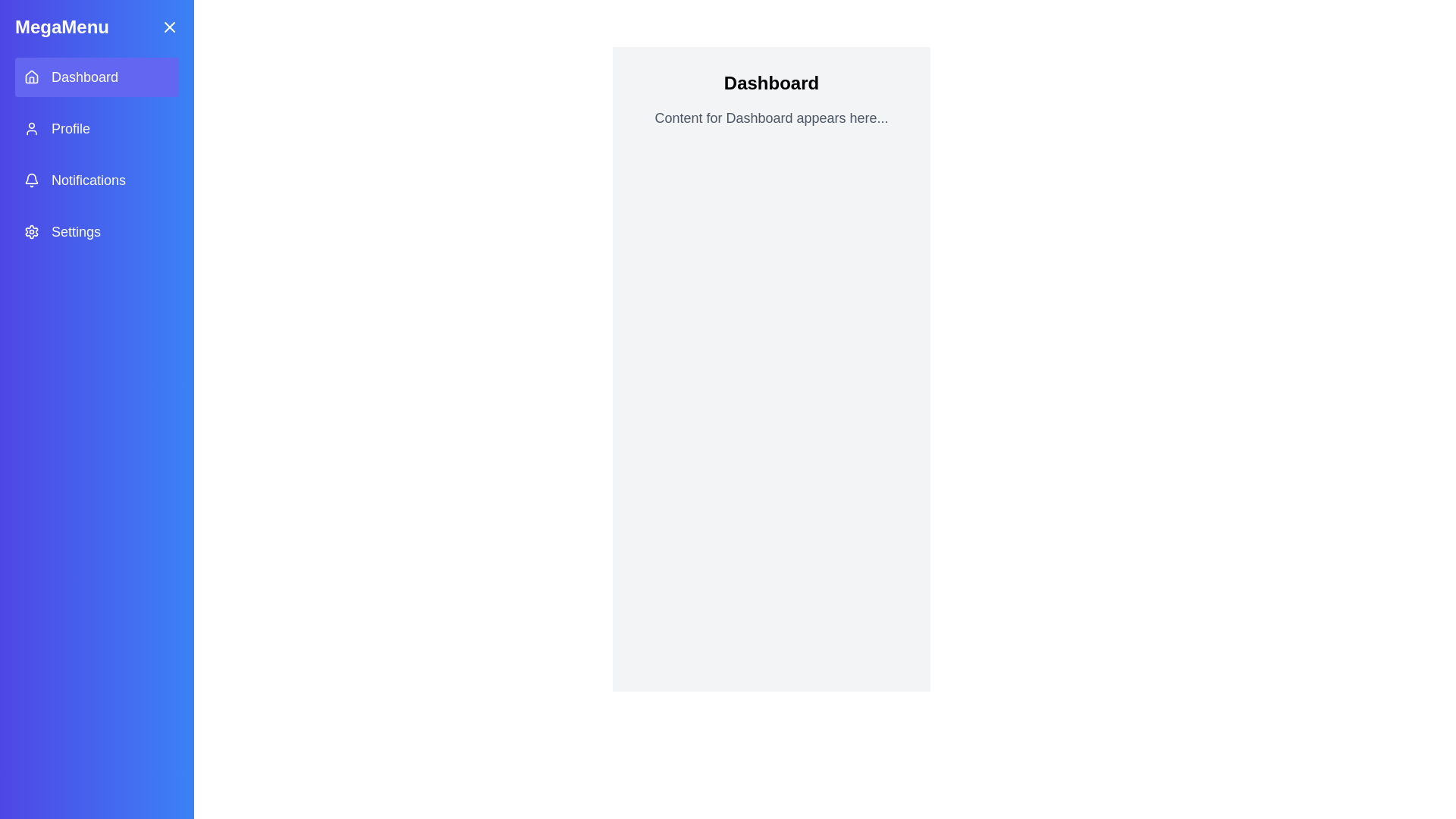  What do you see at coordinates (32, 77) in the screenshot?
I see `the small house-shaped icon with a purple background` at bounding box center [32, 77].